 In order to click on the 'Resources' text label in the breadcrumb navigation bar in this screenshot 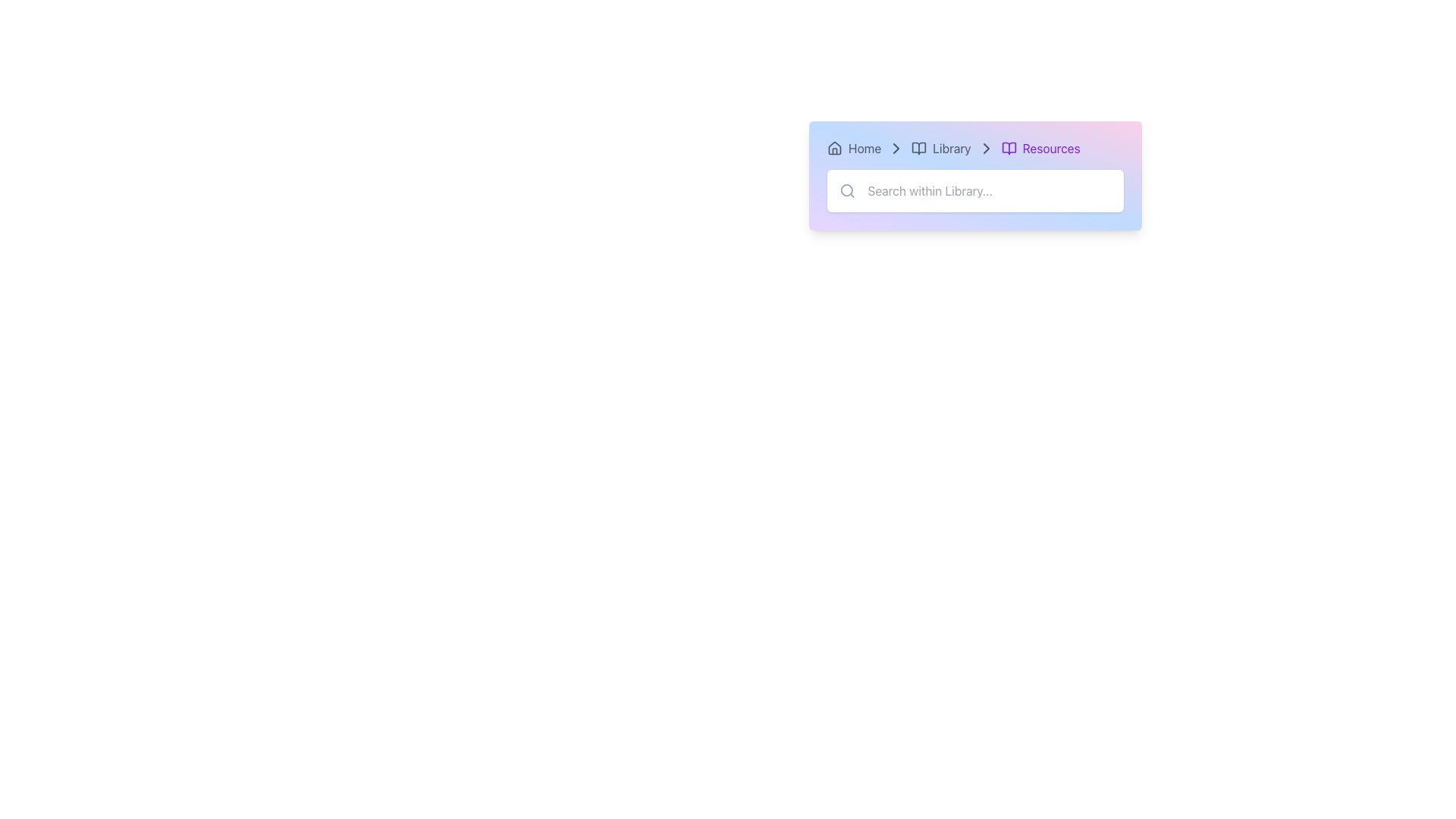, I will do `click(1040, 149)`.